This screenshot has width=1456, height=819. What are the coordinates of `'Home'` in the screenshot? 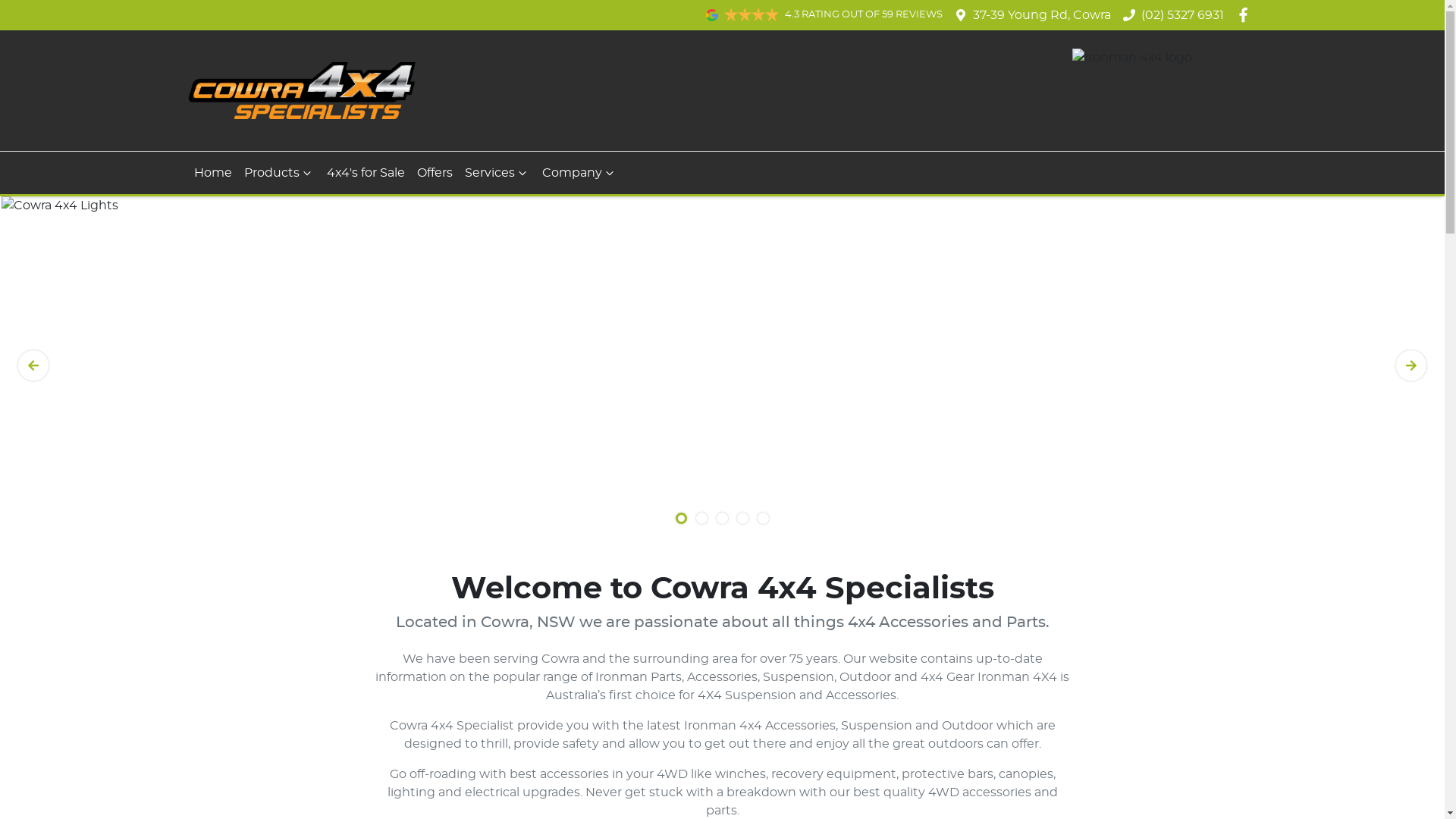 It's located at (212, 171).